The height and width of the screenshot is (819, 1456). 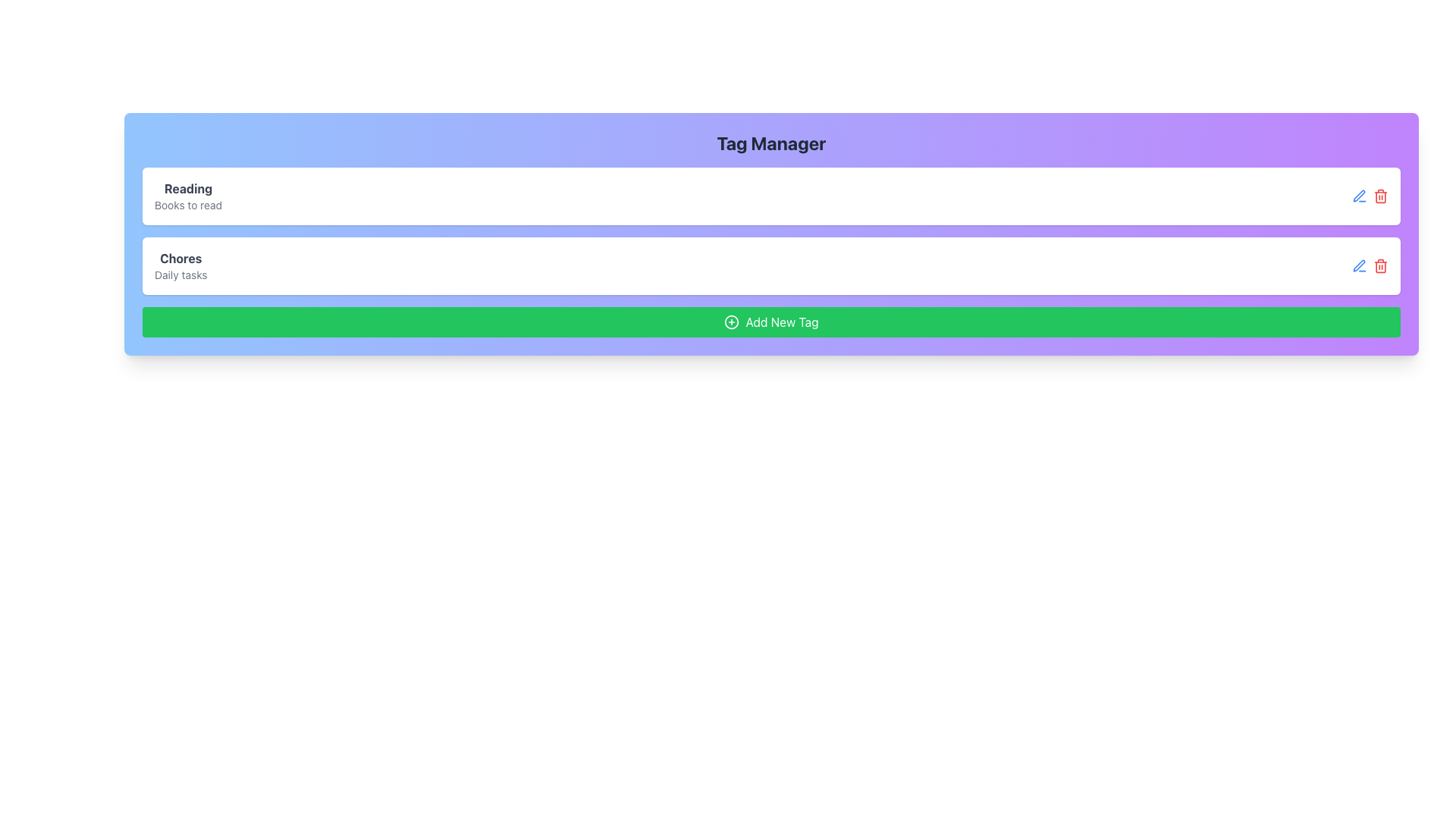 I want to click on the green rectangular button labeled 'Add New Tag' with a circular plus icon on the left, so click(x=771, y=321).